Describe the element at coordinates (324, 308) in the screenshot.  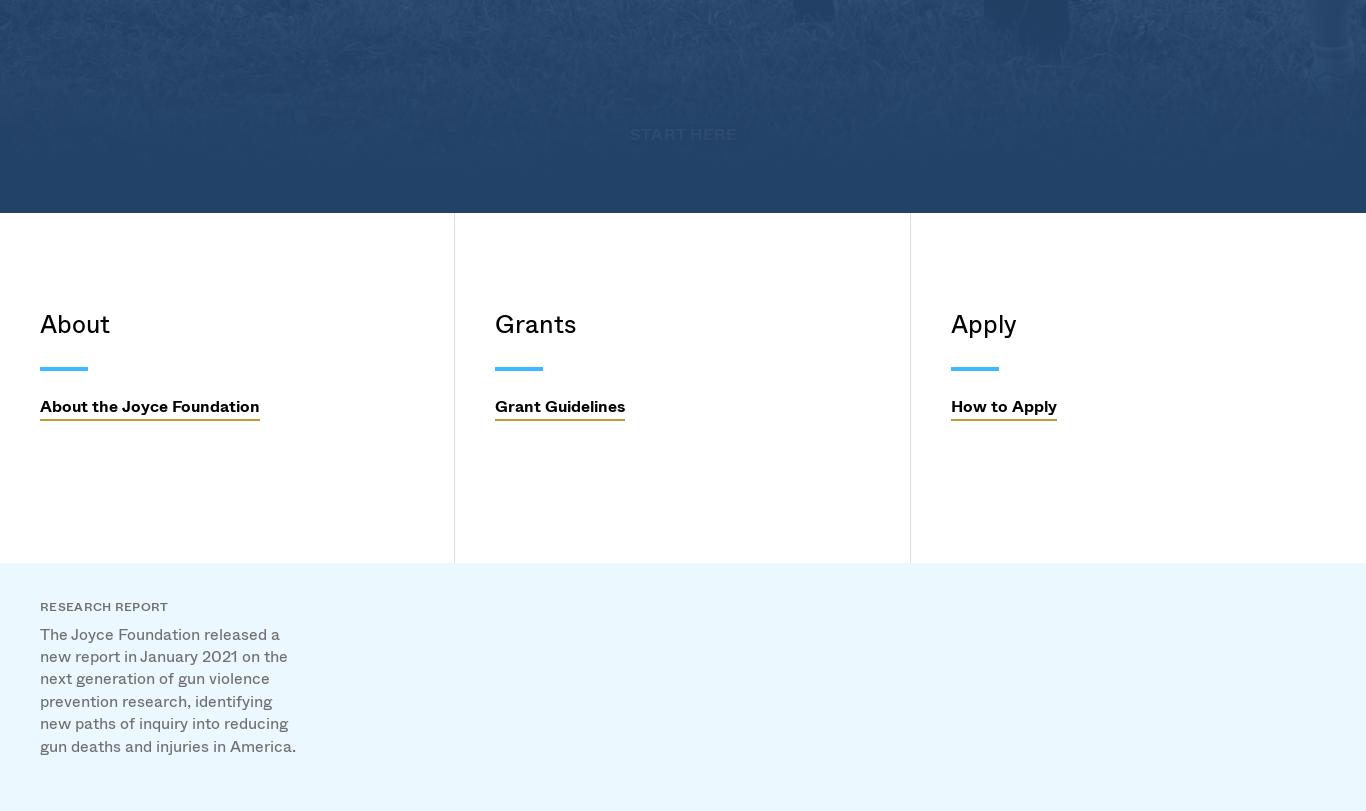
I see `'About'` at that location.